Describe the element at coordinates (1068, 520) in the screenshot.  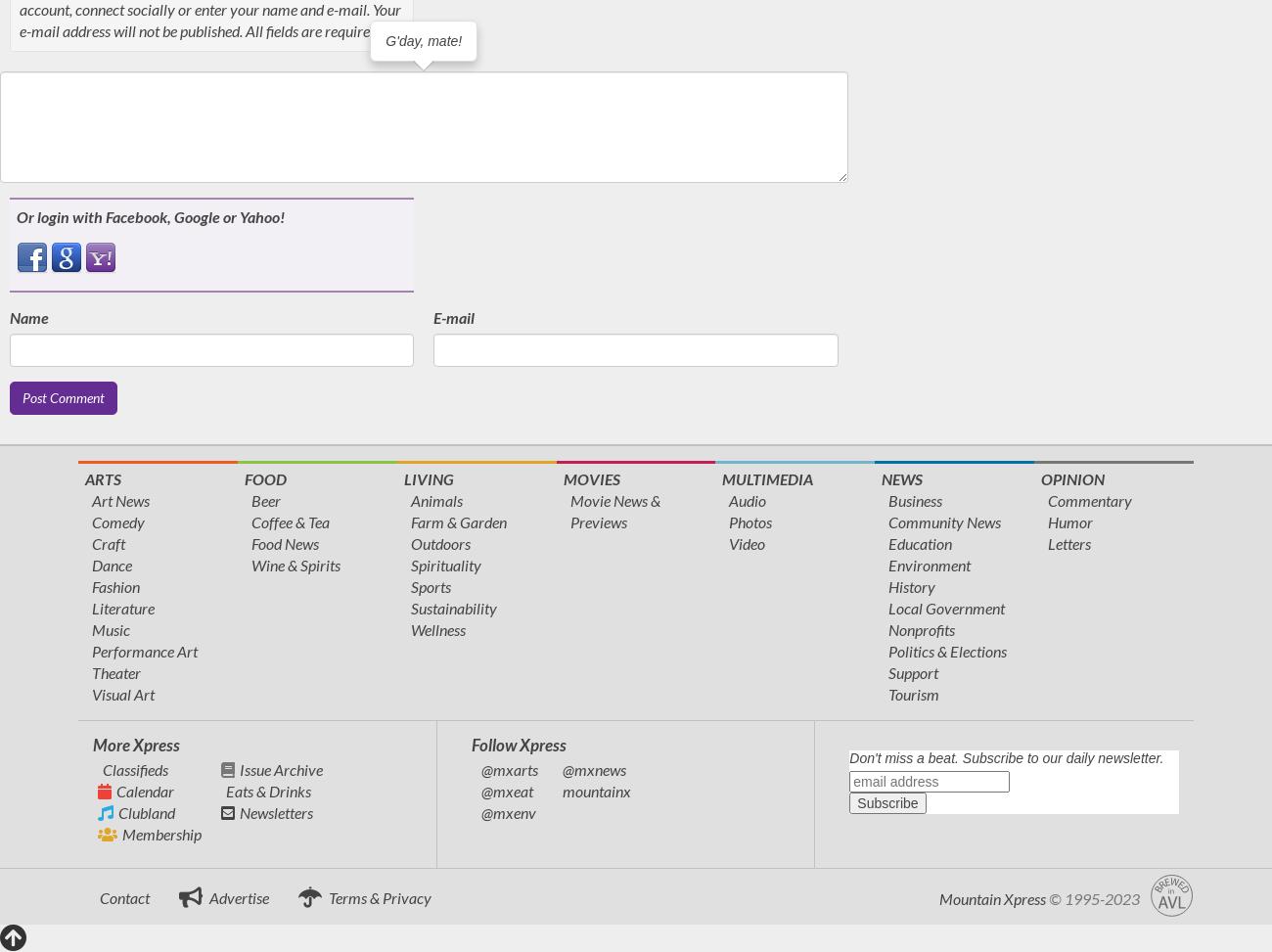
I see `'Humor'` at that location.